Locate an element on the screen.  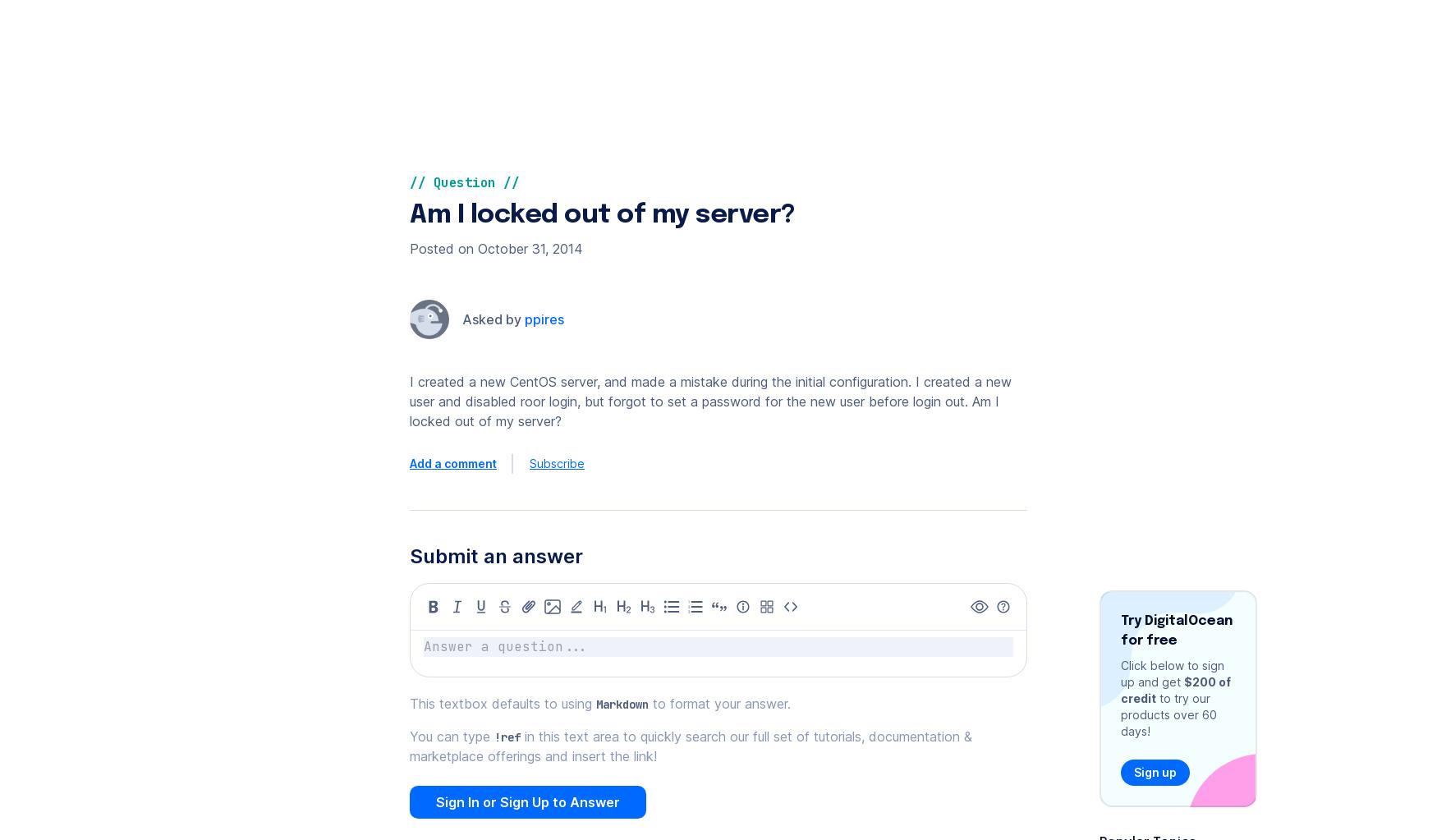
'Machine Learning in Python' is located at coordinates (607, 49).